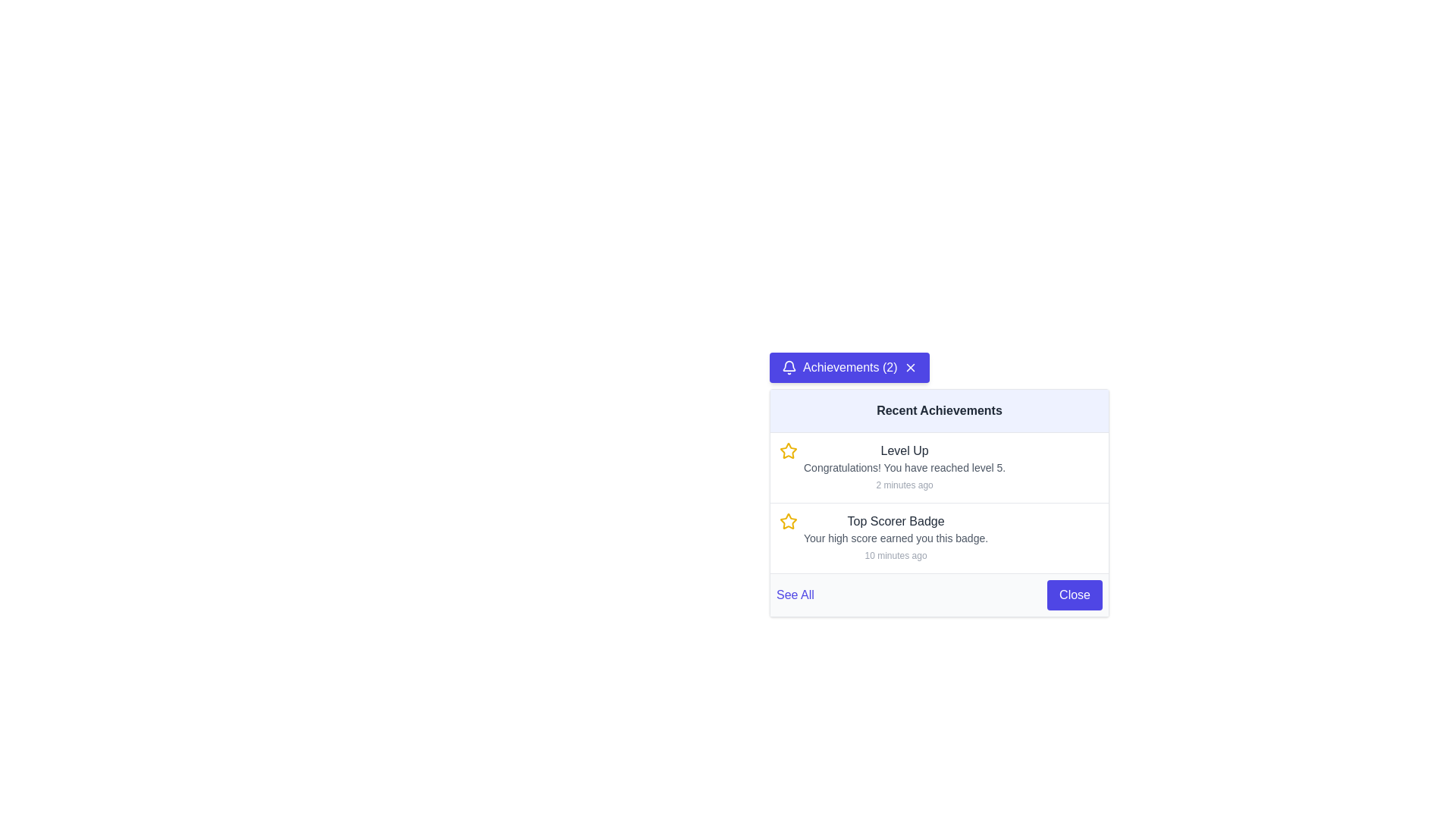  What do you see at coordinates (789, 520) in the screenshot?
I see `the yellow star icon located next to the 'Top Scorer Badge' text in the 'Recent Achievements' section` at bounding box center [789, 520].